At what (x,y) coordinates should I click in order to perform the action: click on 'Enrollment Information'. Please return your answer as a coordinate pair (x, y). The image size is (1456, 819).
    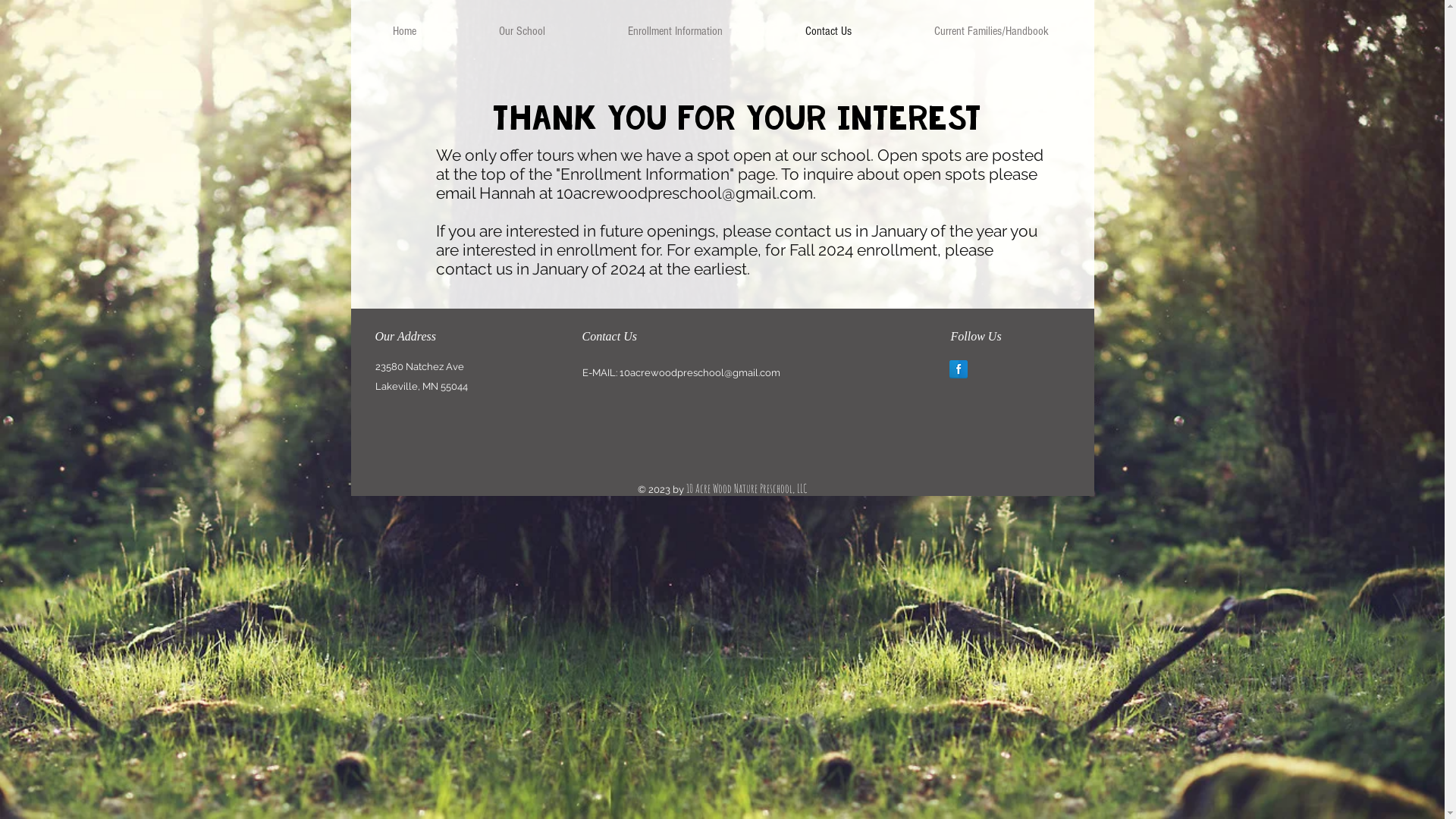
    Looking at the image, I should click on (673, 31).